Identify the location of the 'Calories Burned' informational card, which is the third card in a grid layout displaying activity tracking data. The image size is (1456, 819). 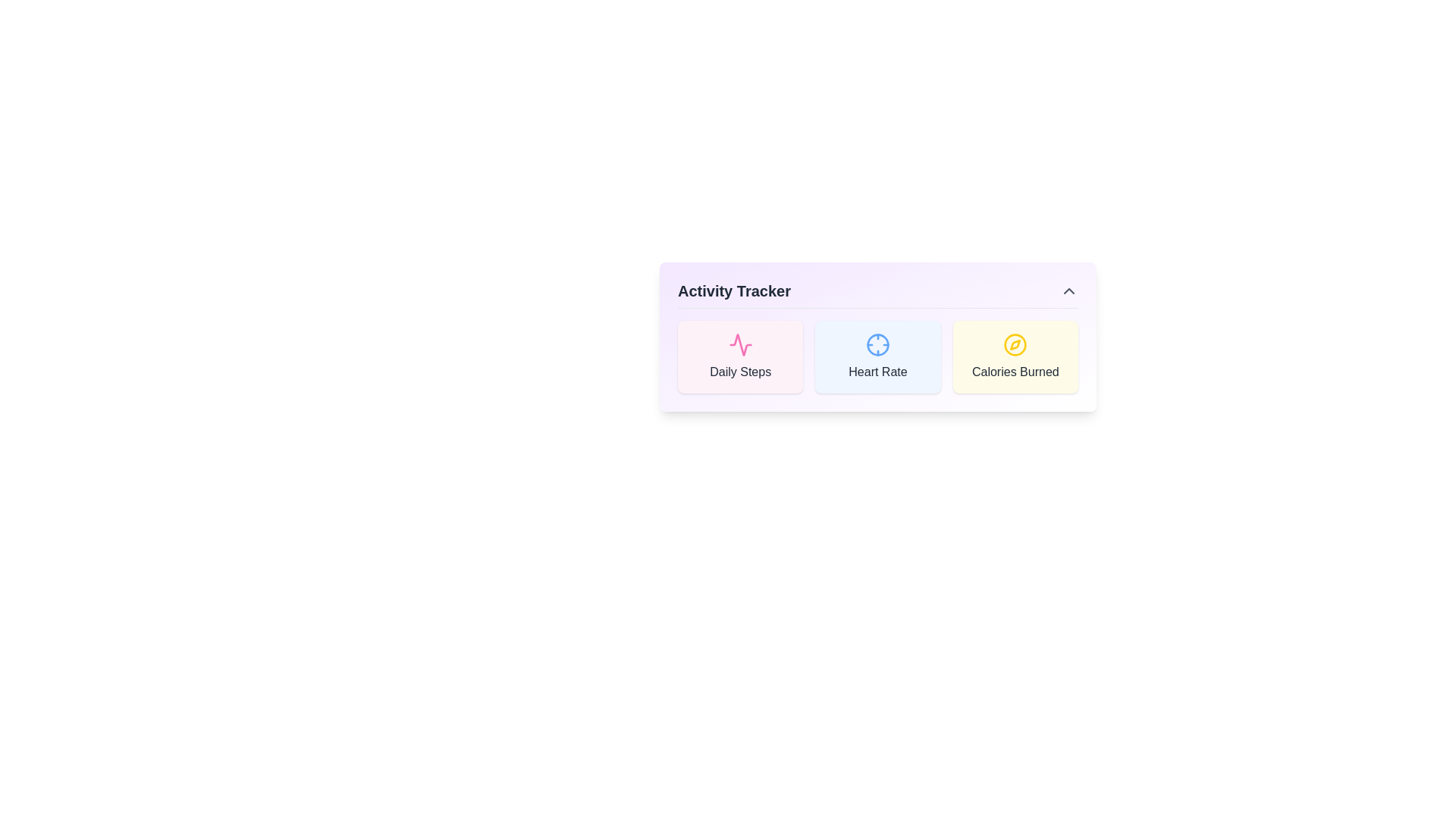
(1015, 356).